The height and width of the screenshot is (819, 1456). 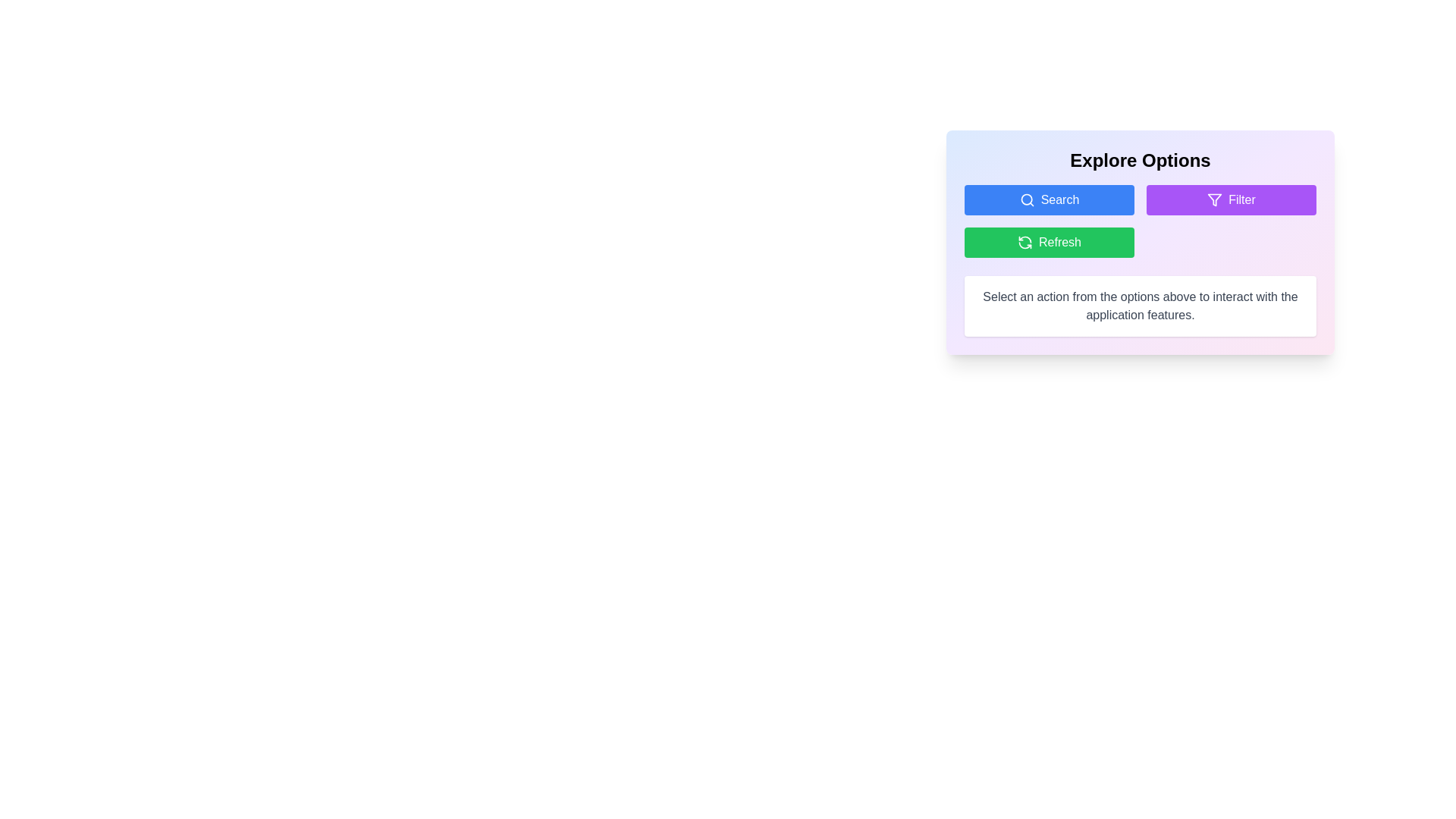 What do you see at coordinates (1027, 199) in the screenshot?
I see `the 'Search' button containing the magnifying glass icon located in the top-left portion of the action option section to activate the search function` at bounding box center [1027, 199].